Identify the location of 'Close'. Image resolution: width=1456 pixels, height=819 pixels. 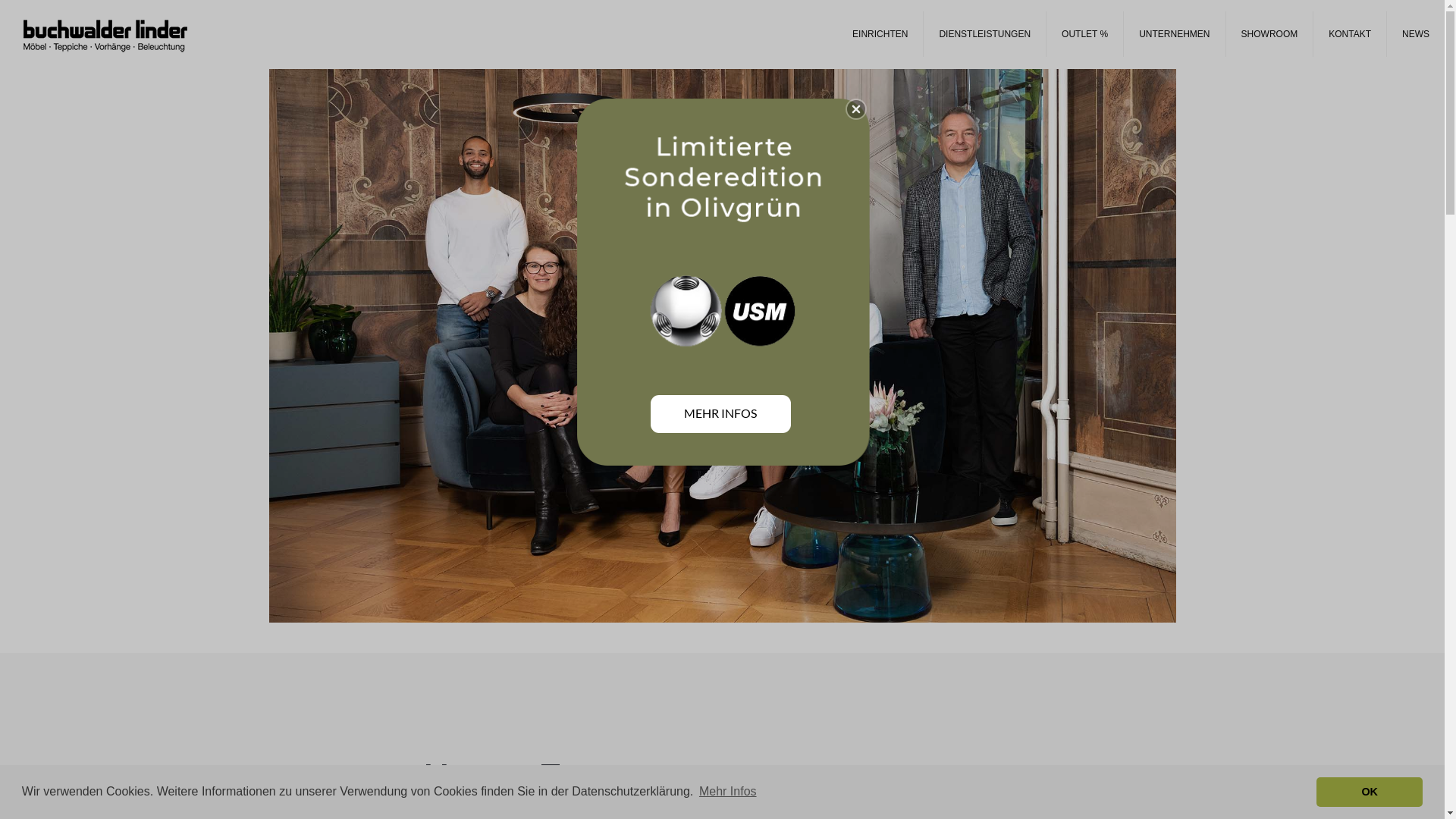
(855, 108).